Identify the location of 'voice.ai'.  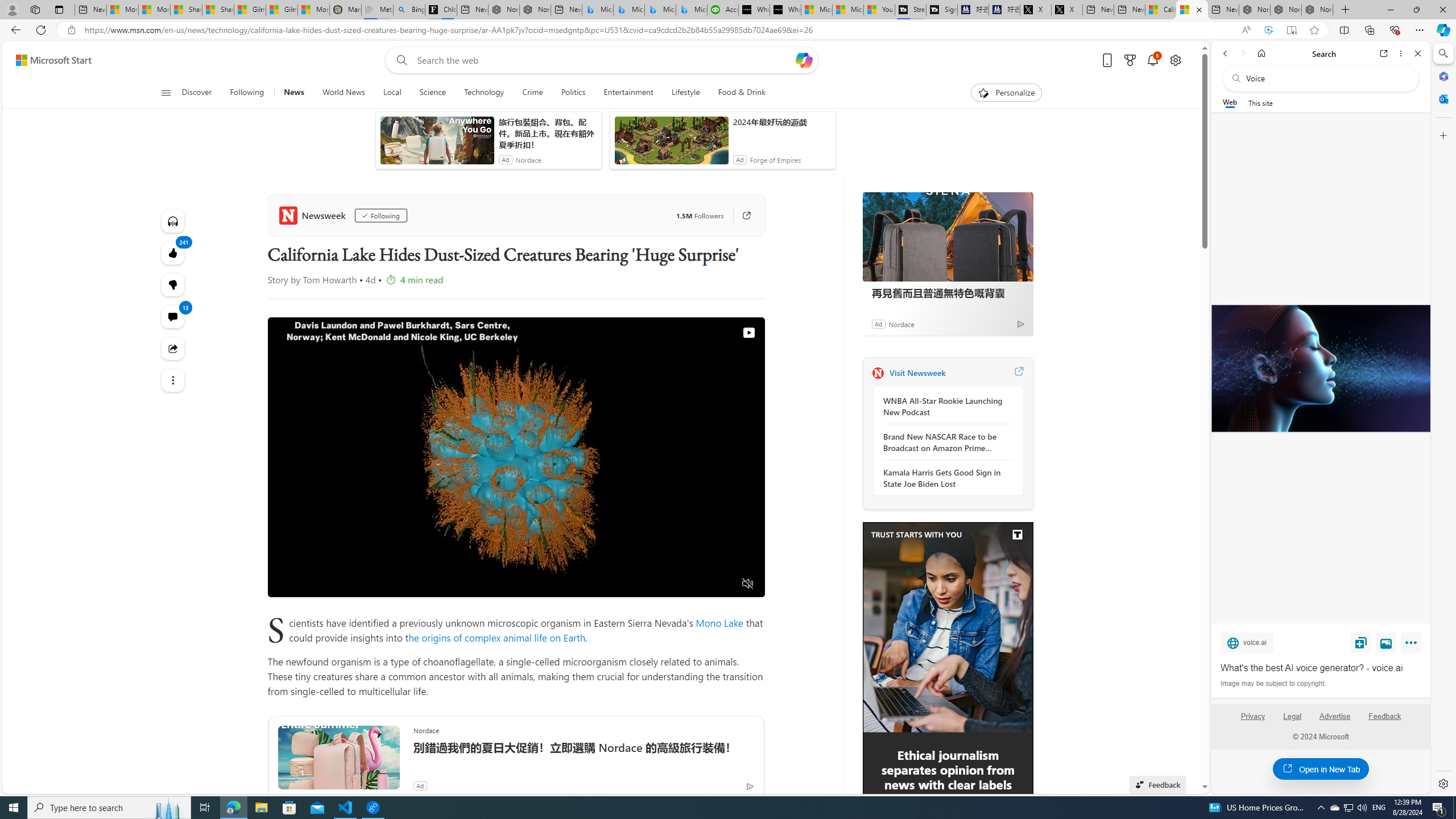
(1247, 642).